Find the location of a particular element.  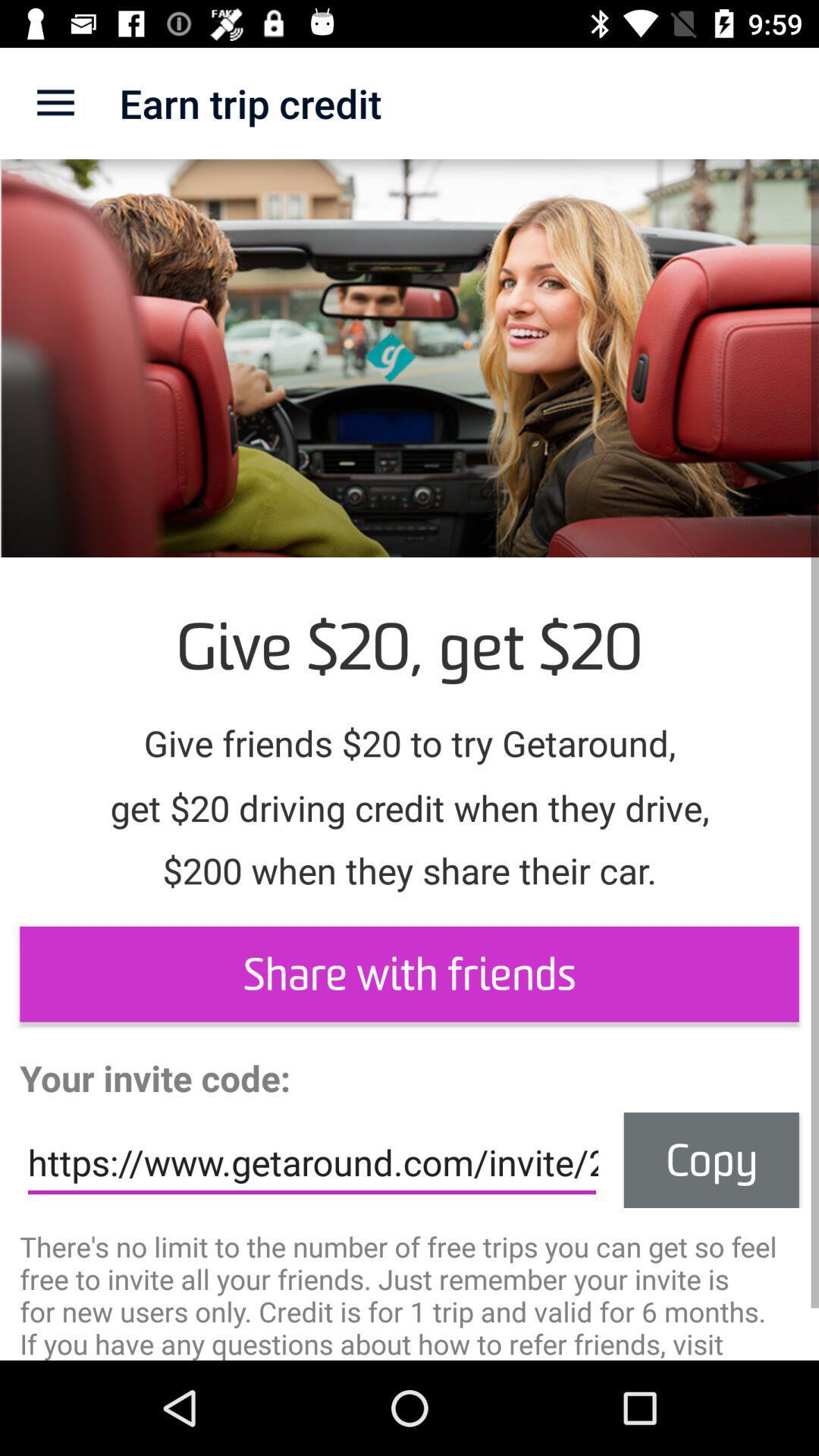

item above the there s no is located at coordinates (711, 1159).